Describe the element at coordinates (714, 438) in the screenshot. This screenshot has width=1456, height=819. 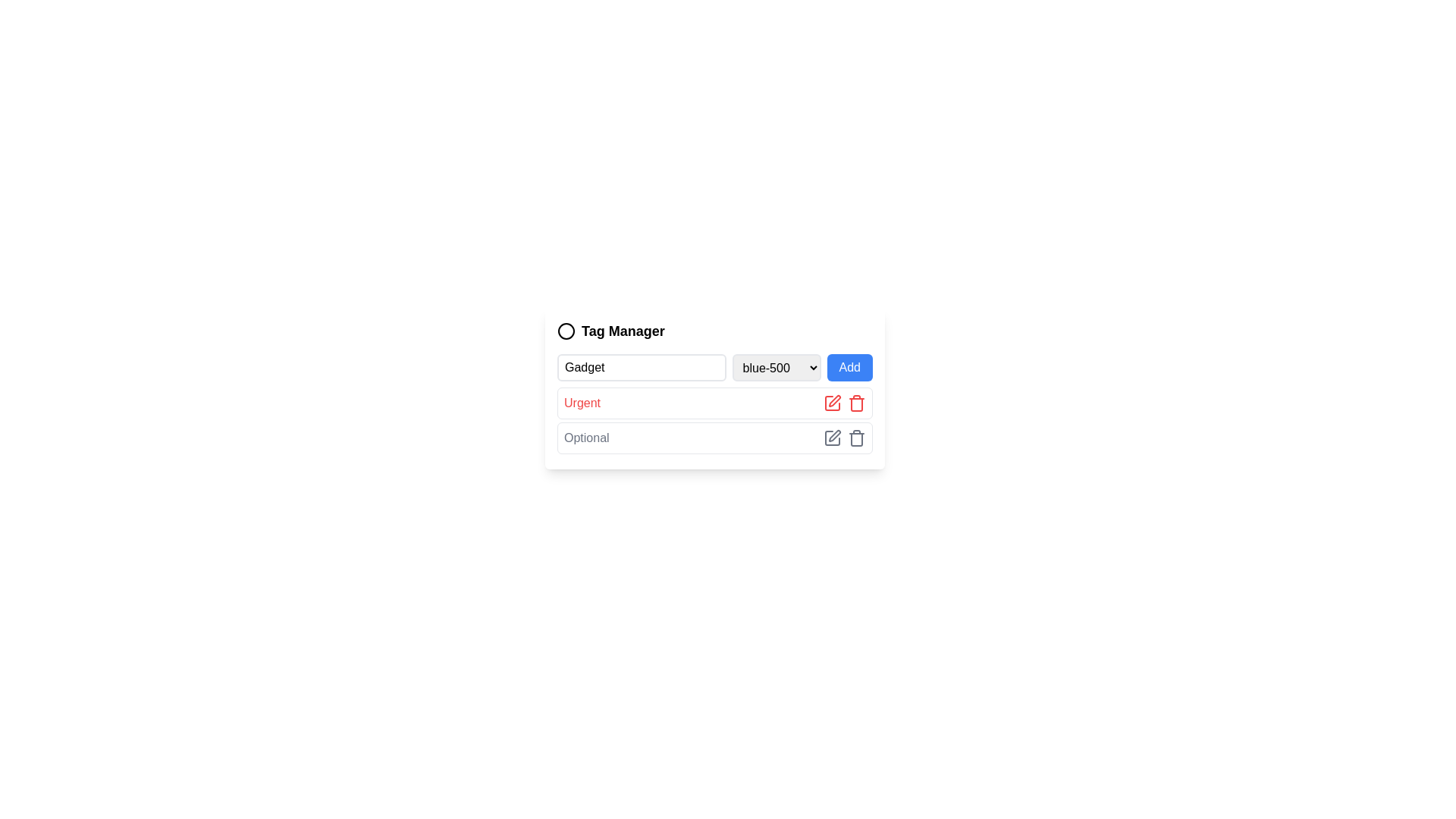
I see `the list item titled 'Optional', which is the second row in the list structure, located immediately below the 'Urgent' item` at that location.